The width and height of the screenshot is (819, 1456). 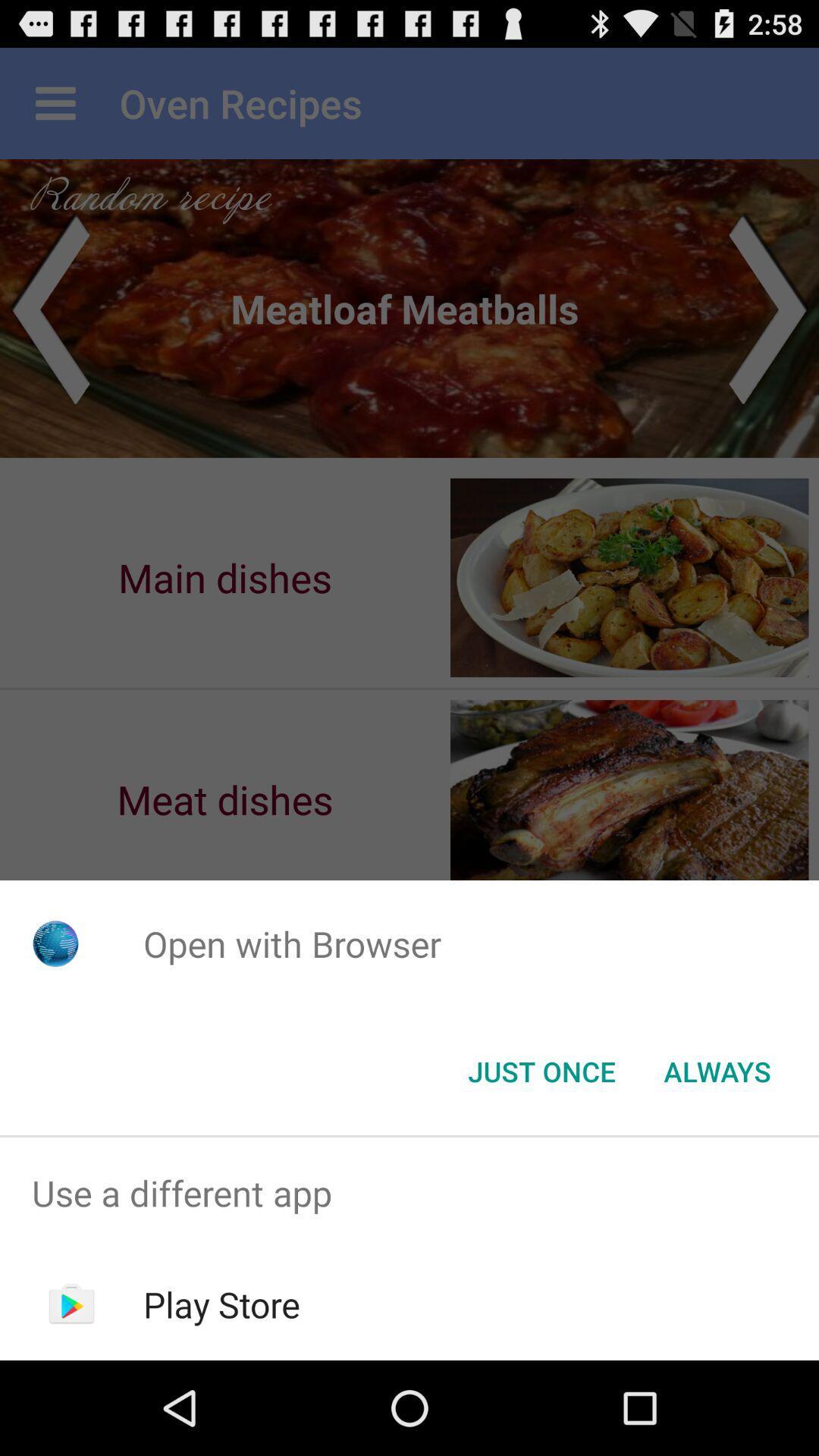 What do you see at coordinates (541, 1070) in the screenshot?
I see `the icon to the left of the always` at bounding box center [541, 1070].